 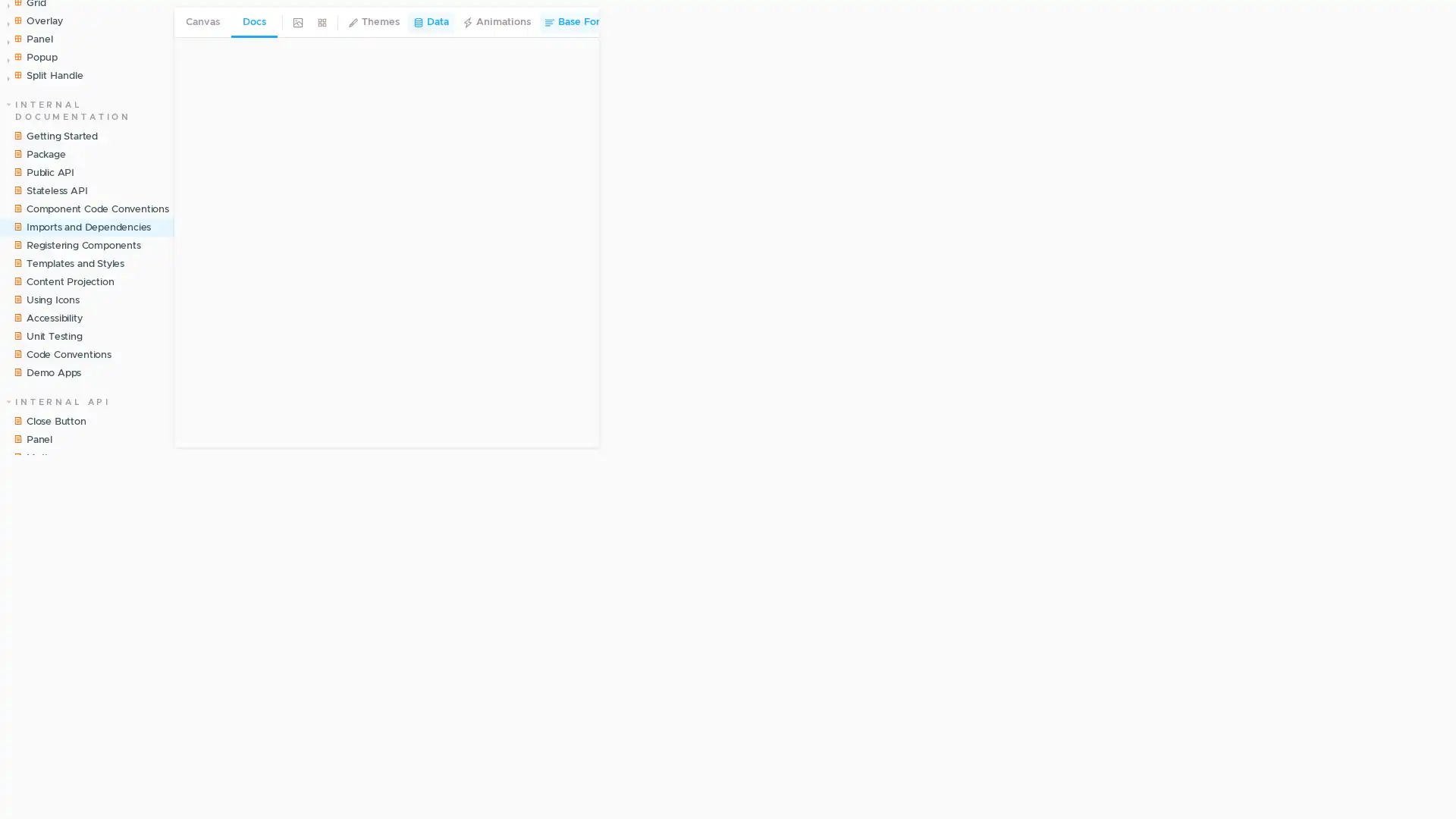 What do you see at coordinates (322, 23) in the screenshot?
I see `Apply a grid to the preview` at bounding box center [322, 23].